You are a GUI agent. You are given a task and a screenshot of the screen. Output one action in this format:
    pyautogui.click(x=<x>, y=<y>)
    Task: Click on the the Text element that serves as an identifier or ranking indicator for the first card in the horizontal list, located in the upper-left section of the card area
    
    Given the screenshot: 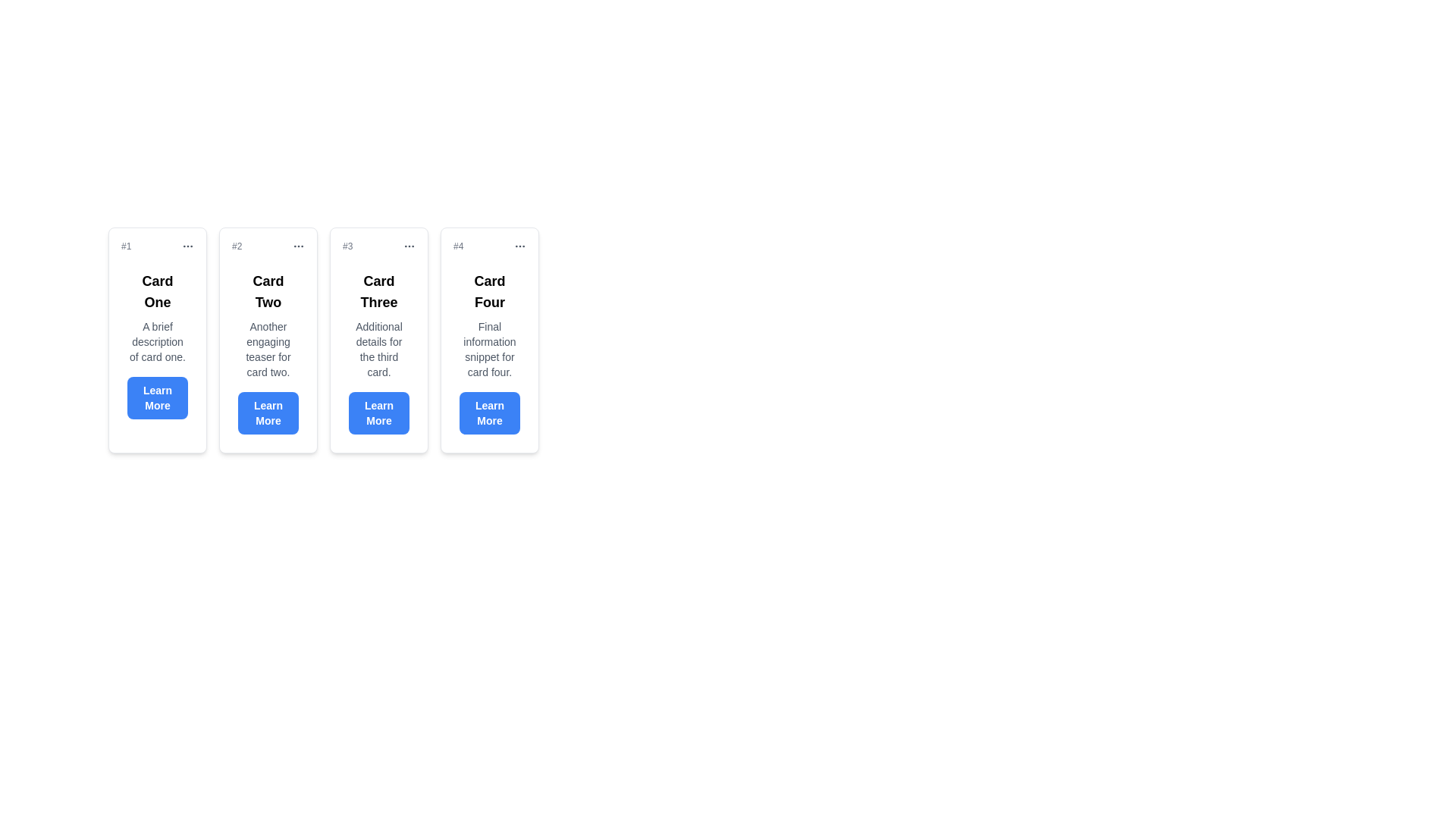 What is the action you would take?
    pyautogui.click(x=126, y=245)
    